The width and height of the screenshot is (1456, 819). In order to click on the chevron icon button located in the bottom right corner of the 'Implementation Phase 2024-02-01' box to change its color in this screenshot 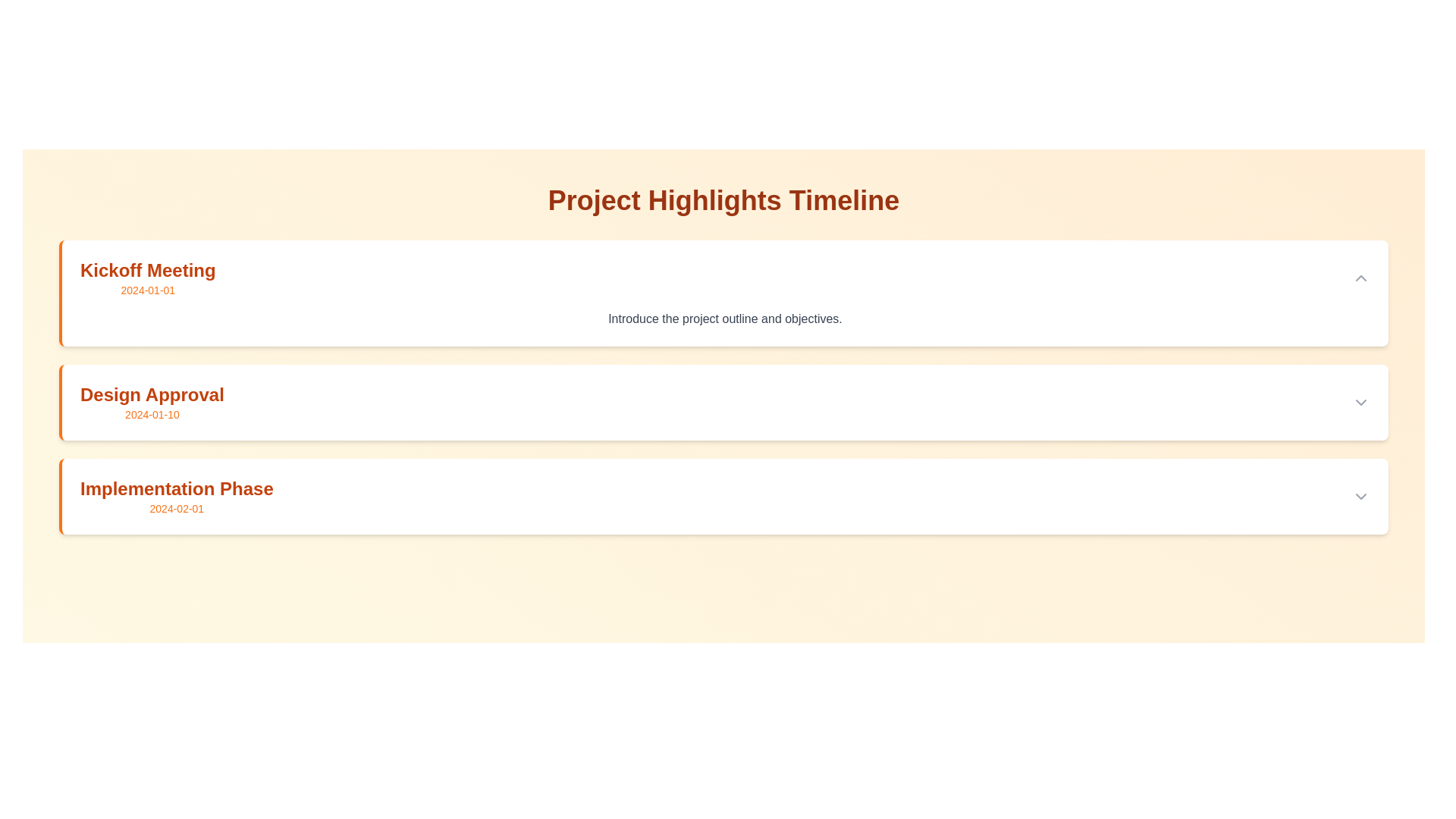, I will do `click(1361, 497)`.